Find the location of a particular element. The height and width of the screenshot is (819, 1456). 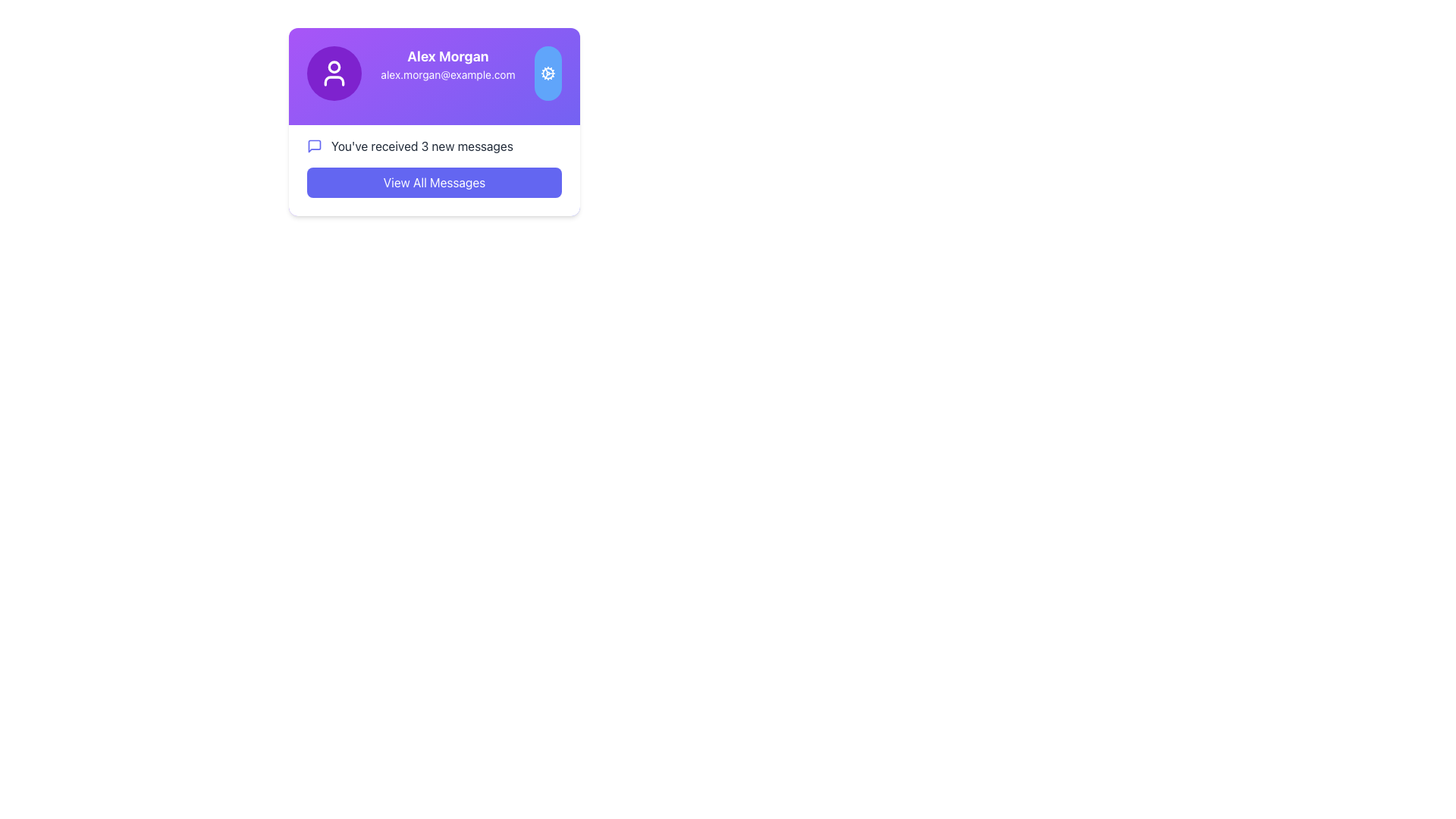

the circular blue button with a white cog icon located at the top right corner of the profile card, adjacent to the text 'Alex Morgan alex.morgan@example.com' is located at coordinates (548, 73).